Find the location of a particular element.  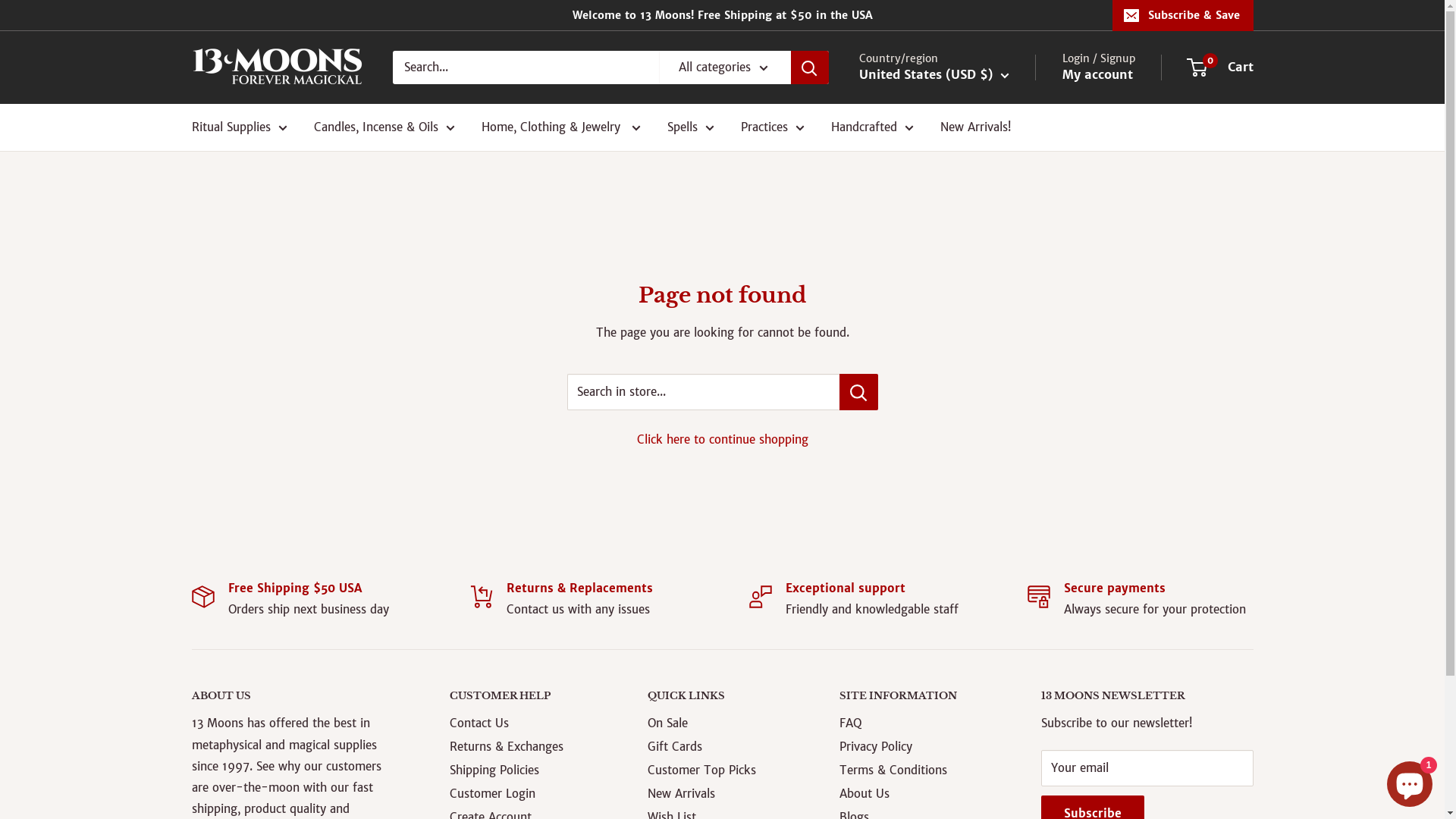

'New Arrivals!' is located at coordinates (939, 127).